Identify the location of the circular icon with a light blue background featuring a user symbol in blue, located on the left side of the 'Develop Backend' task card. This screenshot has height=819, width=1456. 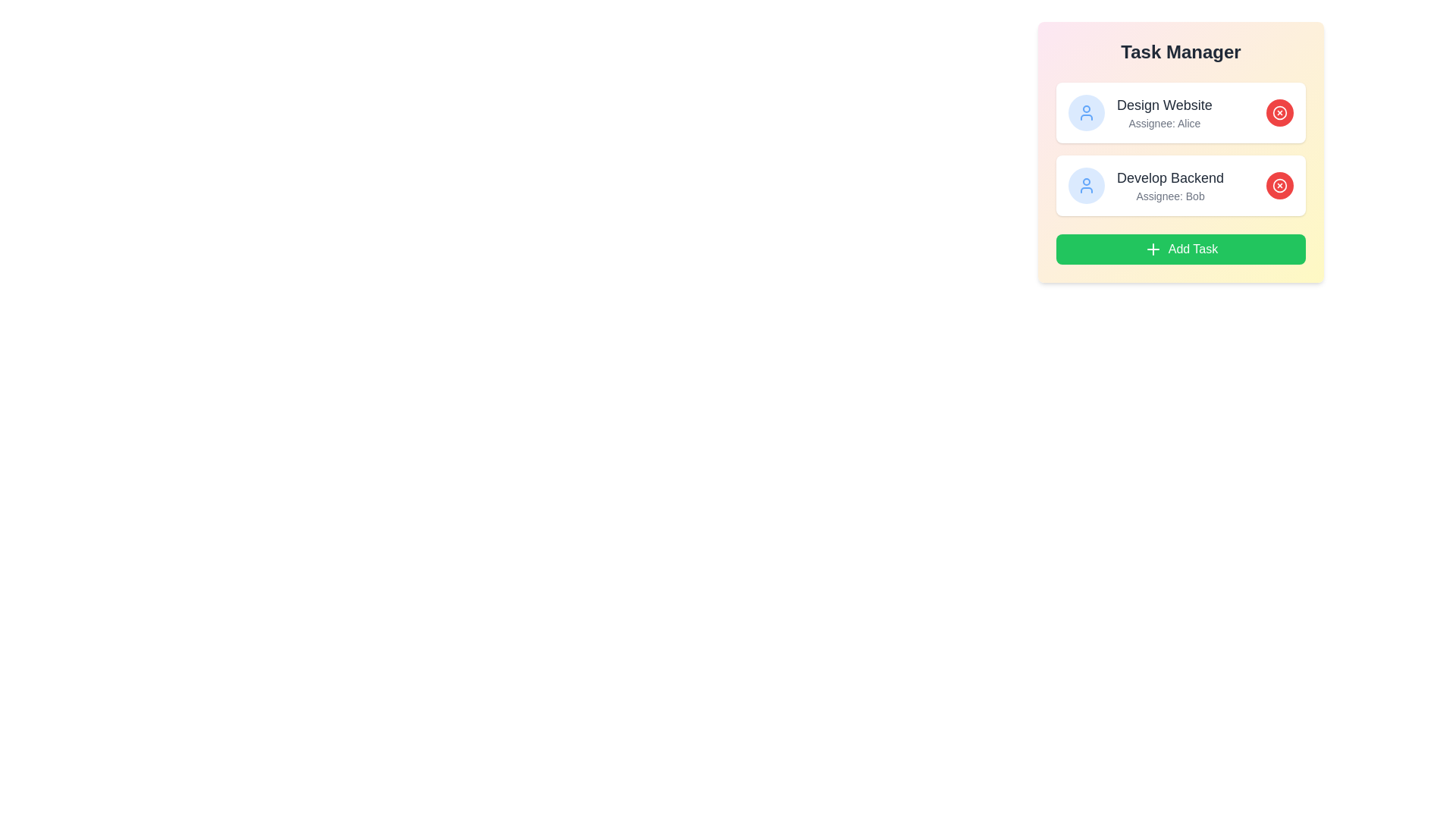
(1086, 185).